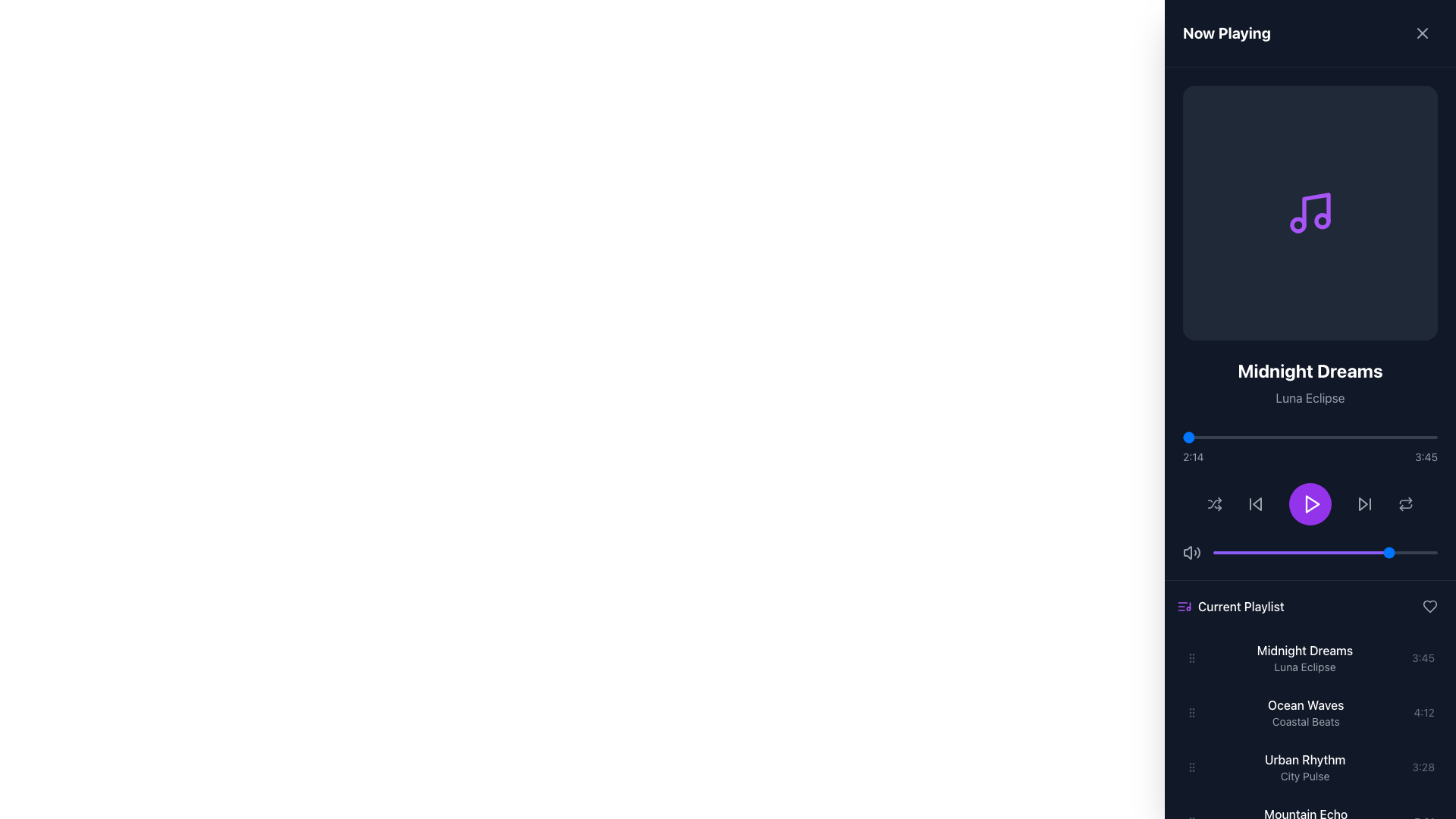 The height and width of the screenshot is (819, 1456). What do you see at coordinates (1423, 713) in the screenshot?
I see `the text label displaying '4:12' in a small gray font located in the 'Current Playlist' section, aligned with the song 'Ocean Waves' by 'Coastal Beats'` at bounding box center [1423, 713].